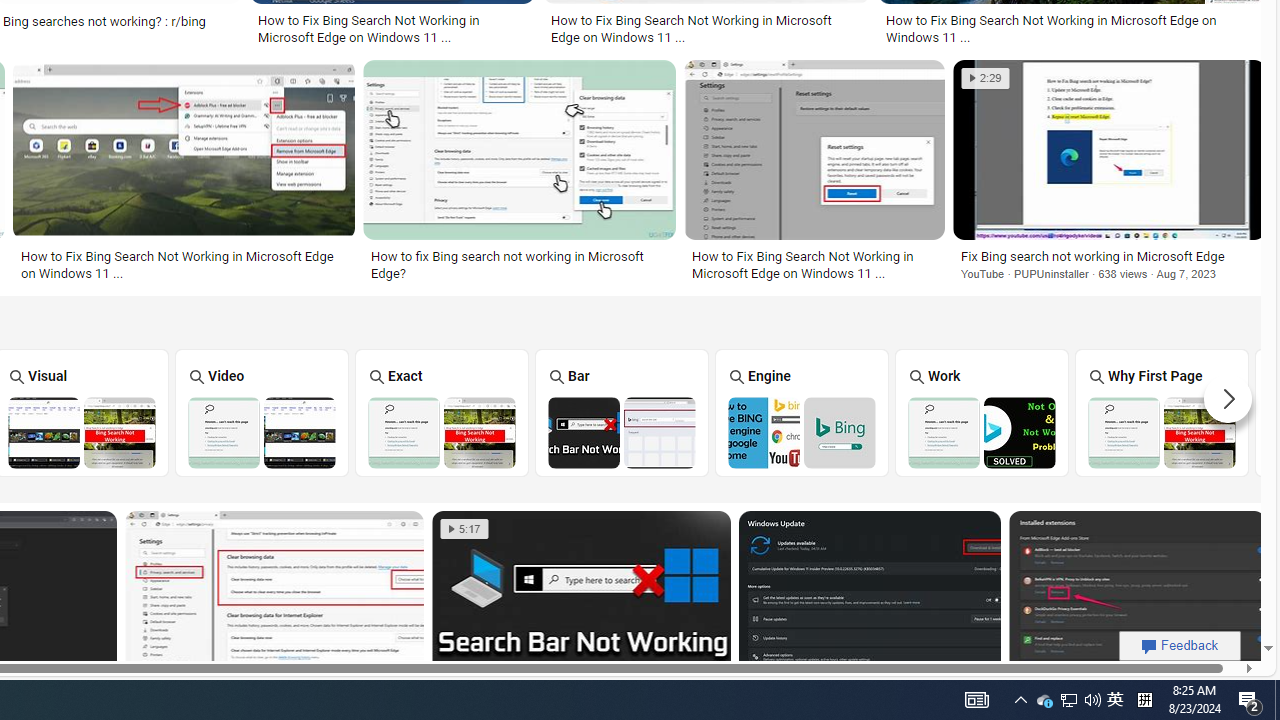  Describe the element at coordinates (981, 411) in the screenshot. I see `'Bing Work Search Not Working Work'` at that location.